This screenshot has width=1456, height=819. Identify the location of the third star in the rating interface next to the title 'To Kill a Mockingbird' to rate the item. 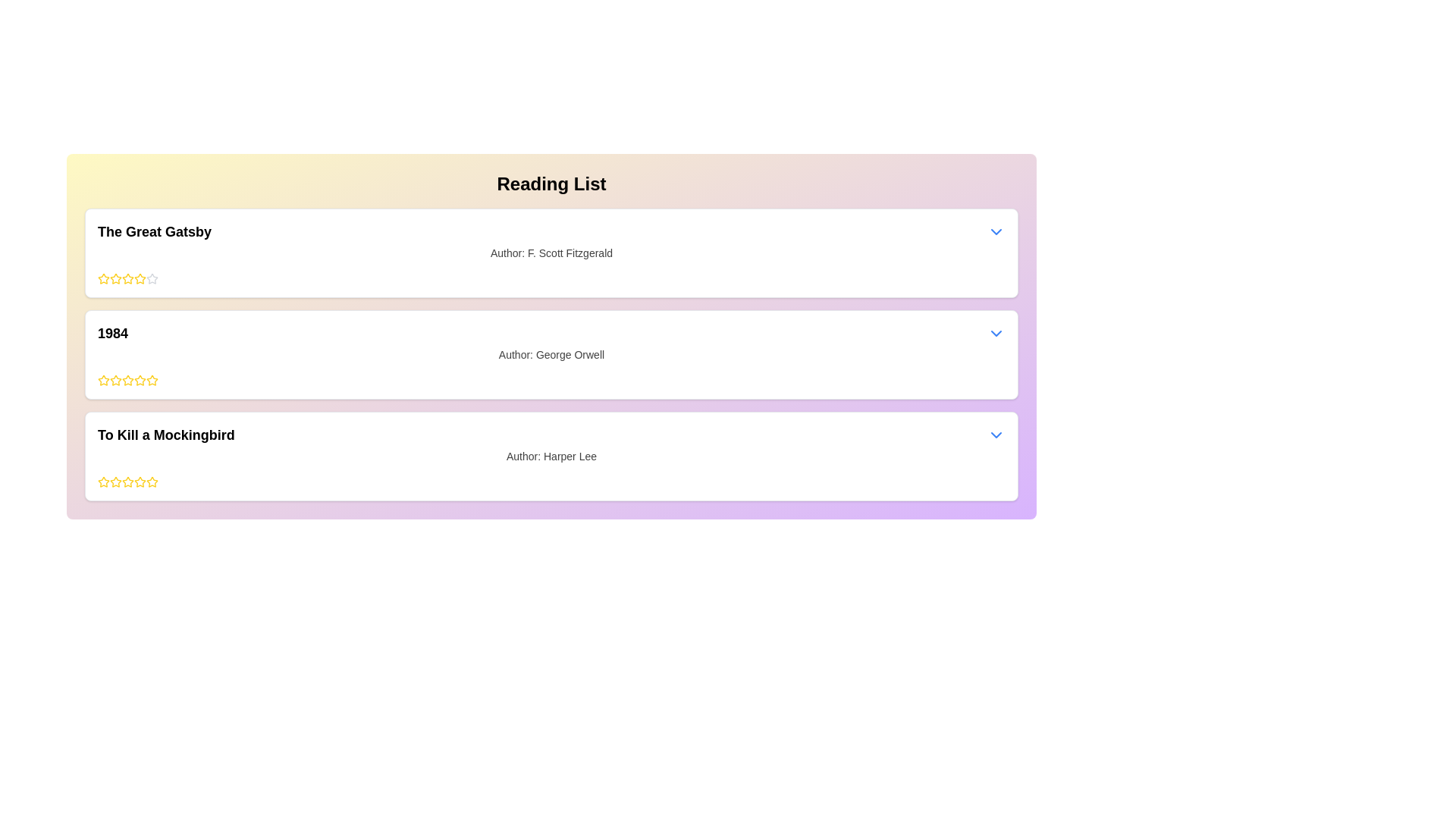
(127, 482).